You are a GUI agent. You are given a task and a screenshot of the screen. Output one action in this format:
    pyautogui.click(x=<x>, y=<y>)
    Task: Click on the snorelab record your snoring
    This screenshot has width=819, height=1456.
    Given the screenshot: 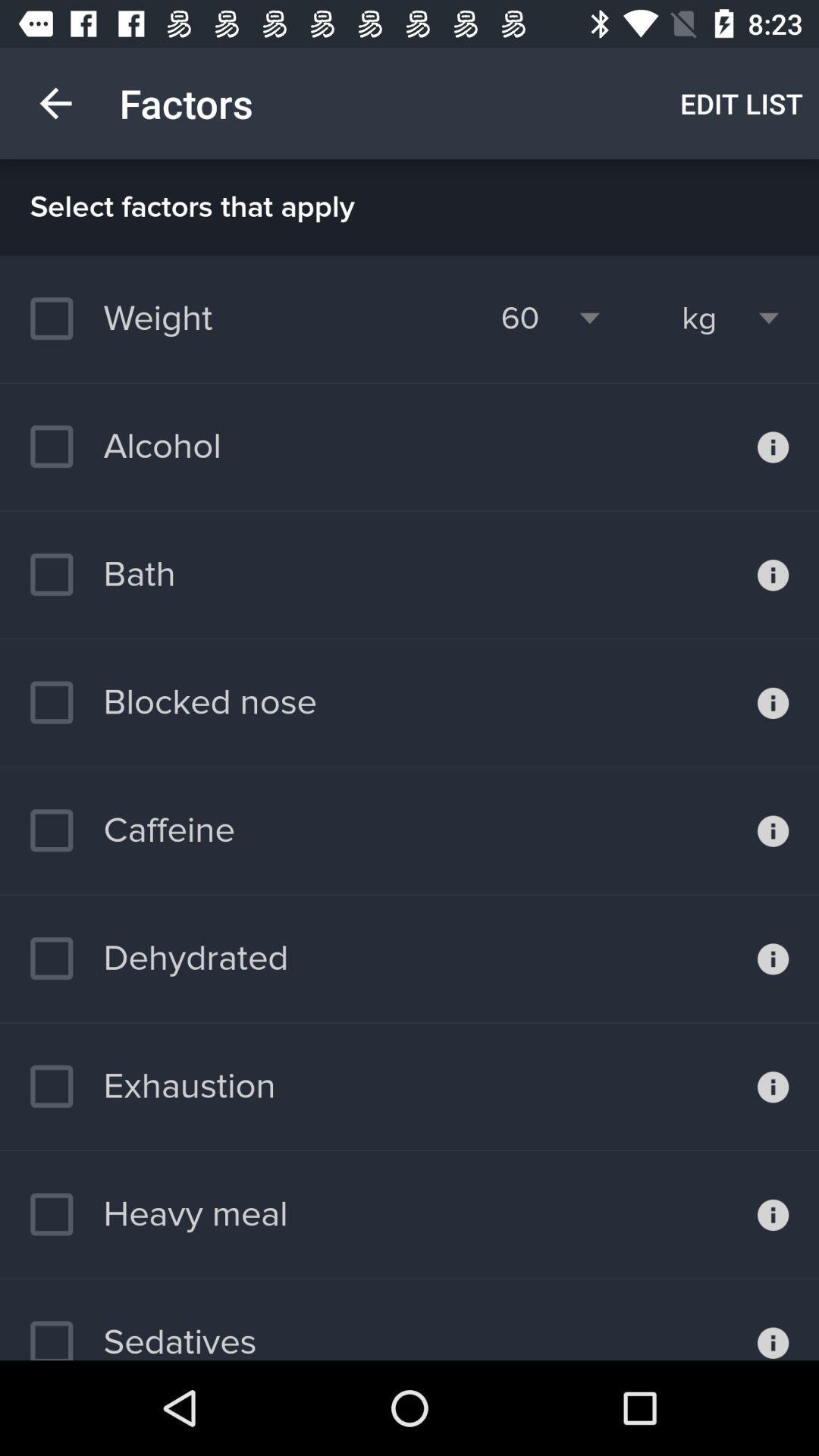 What is the action you would take?
    pyautogui.click(x=773, y=958)
    